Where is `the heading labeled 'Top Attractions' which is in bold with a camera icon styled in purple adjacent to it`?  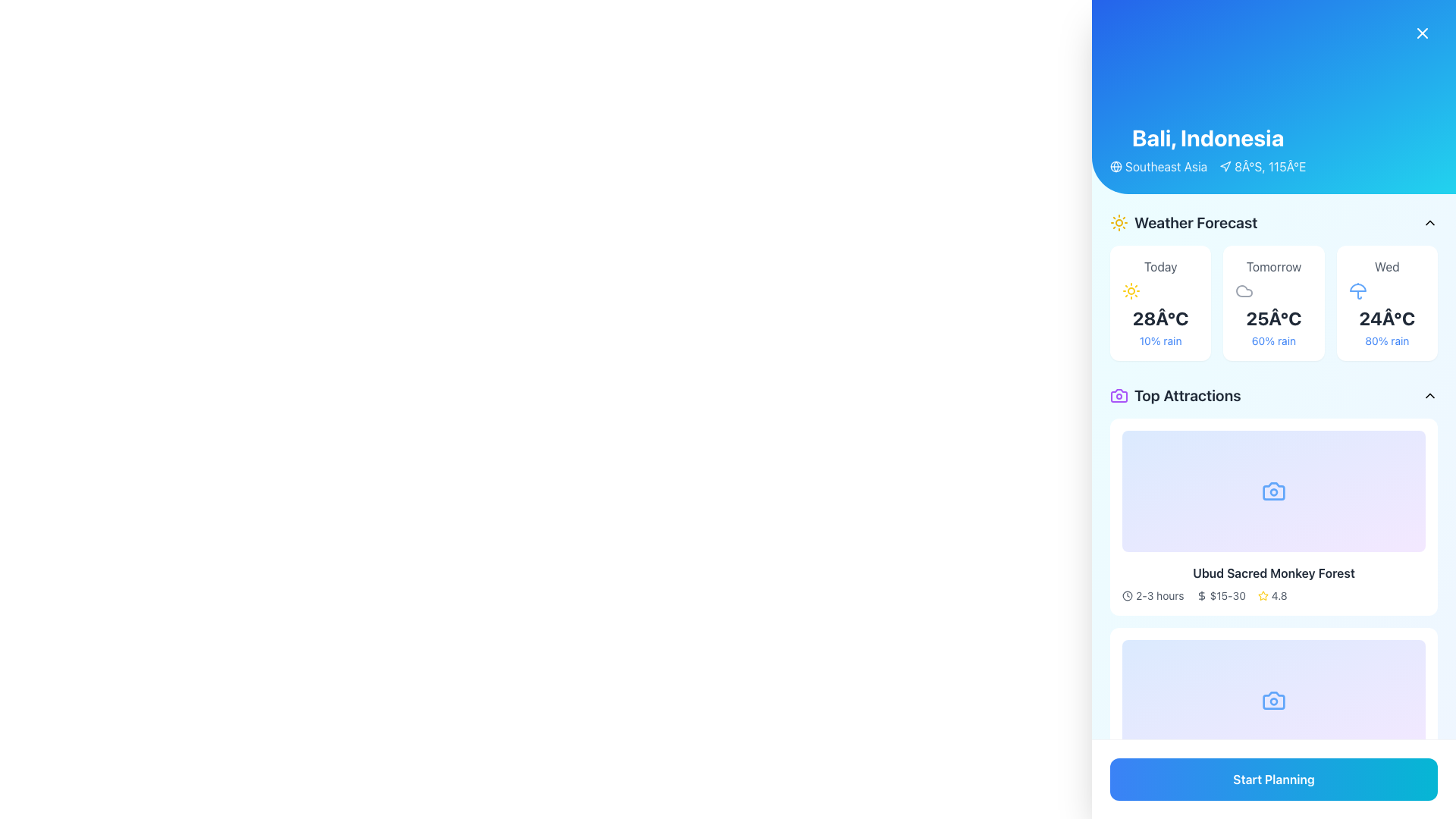 the heading labeled 'Top Attractions' which is in bold with a camera icon styled in purple adjacent to it is located at coordinates (1175, 394).